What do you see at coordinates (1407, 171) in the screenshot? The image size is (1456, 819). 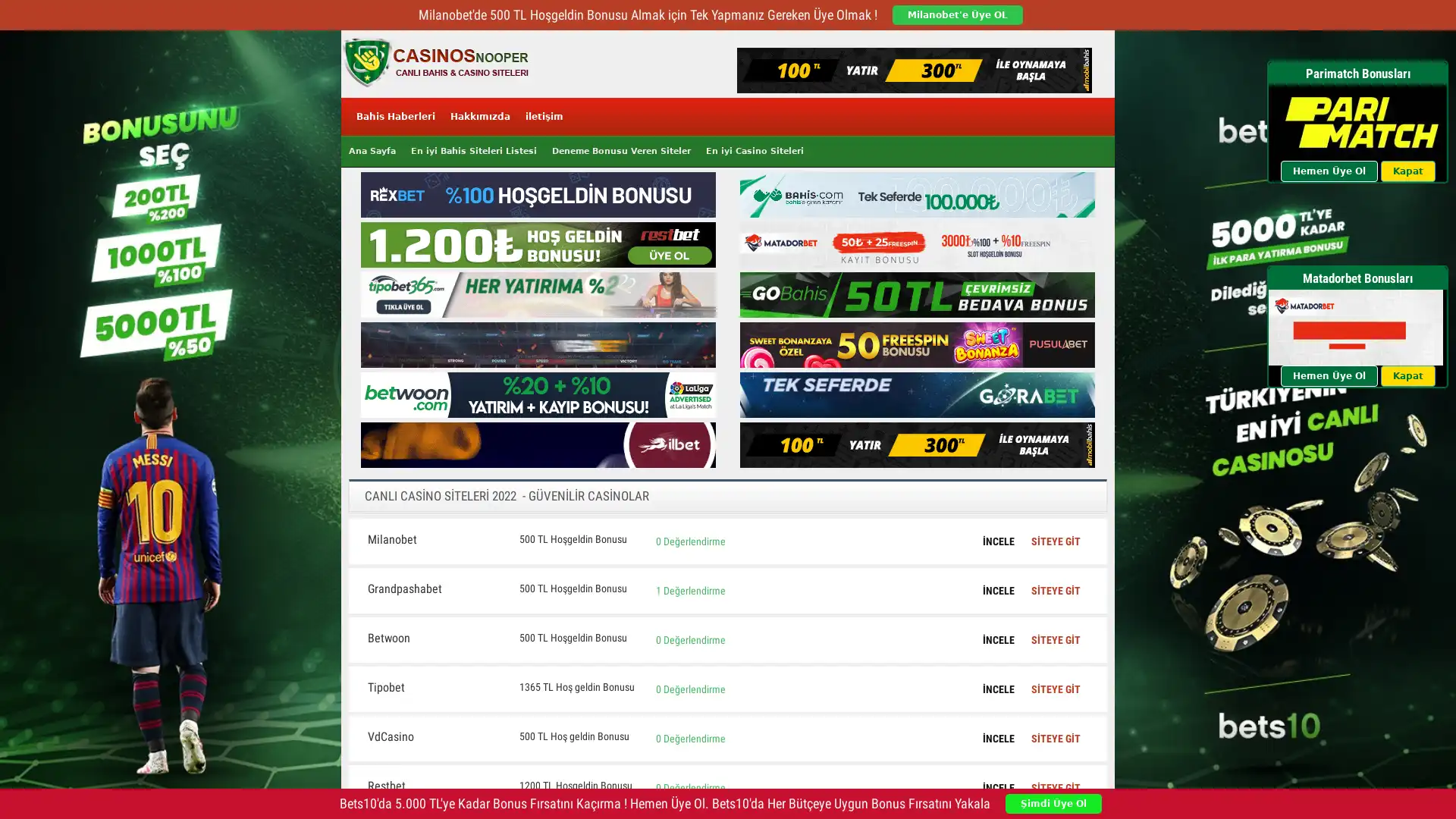 I see `Kapat` at bounding box center [1407, 171].